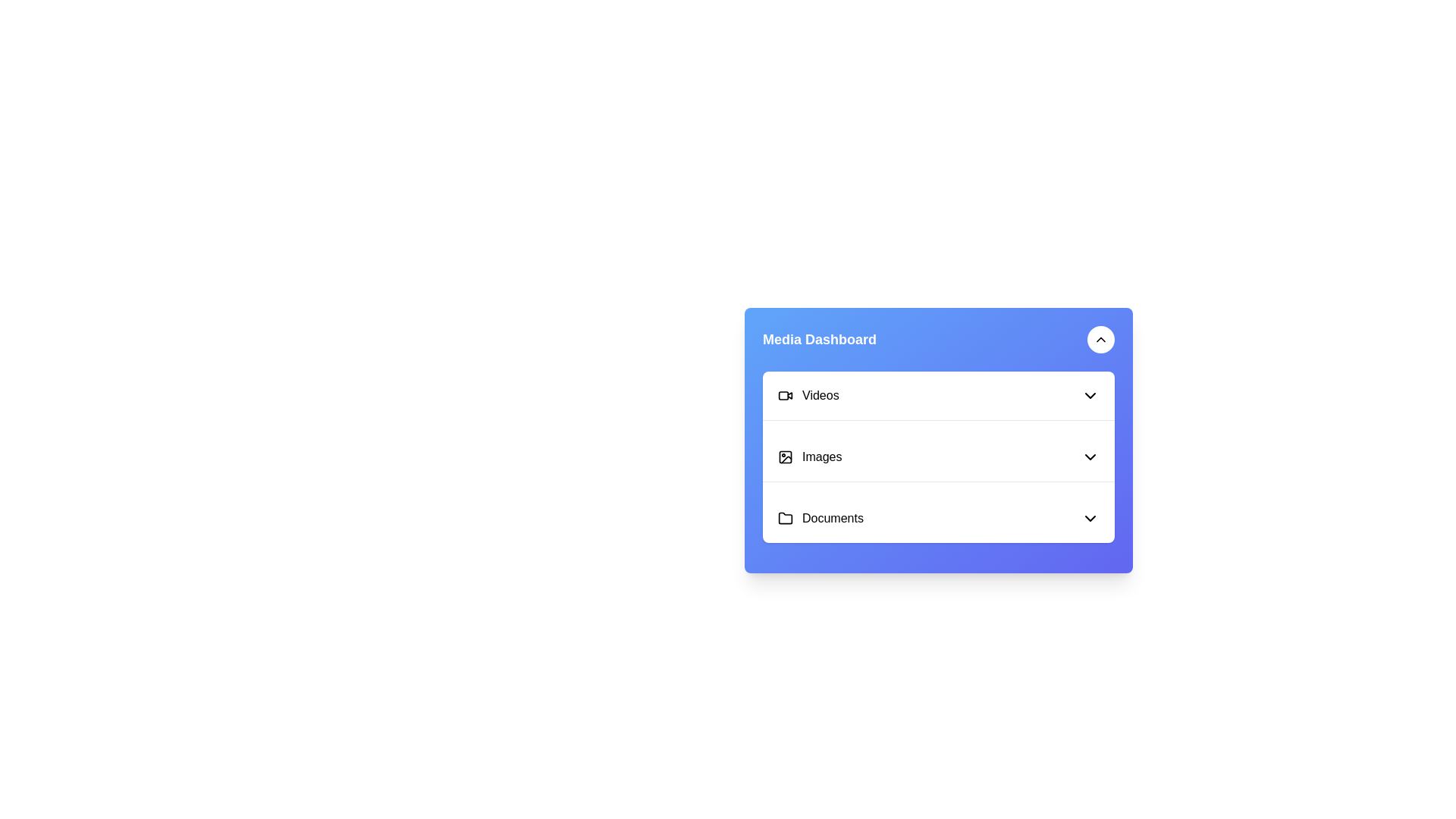  What do you see at coordinates (786, 456) in the screenshot?
I see `the 'Images' icon located in the second row of the 'Media Dashboard' panel, which precedes the text 'Images'` at bounding box center [786, 456].